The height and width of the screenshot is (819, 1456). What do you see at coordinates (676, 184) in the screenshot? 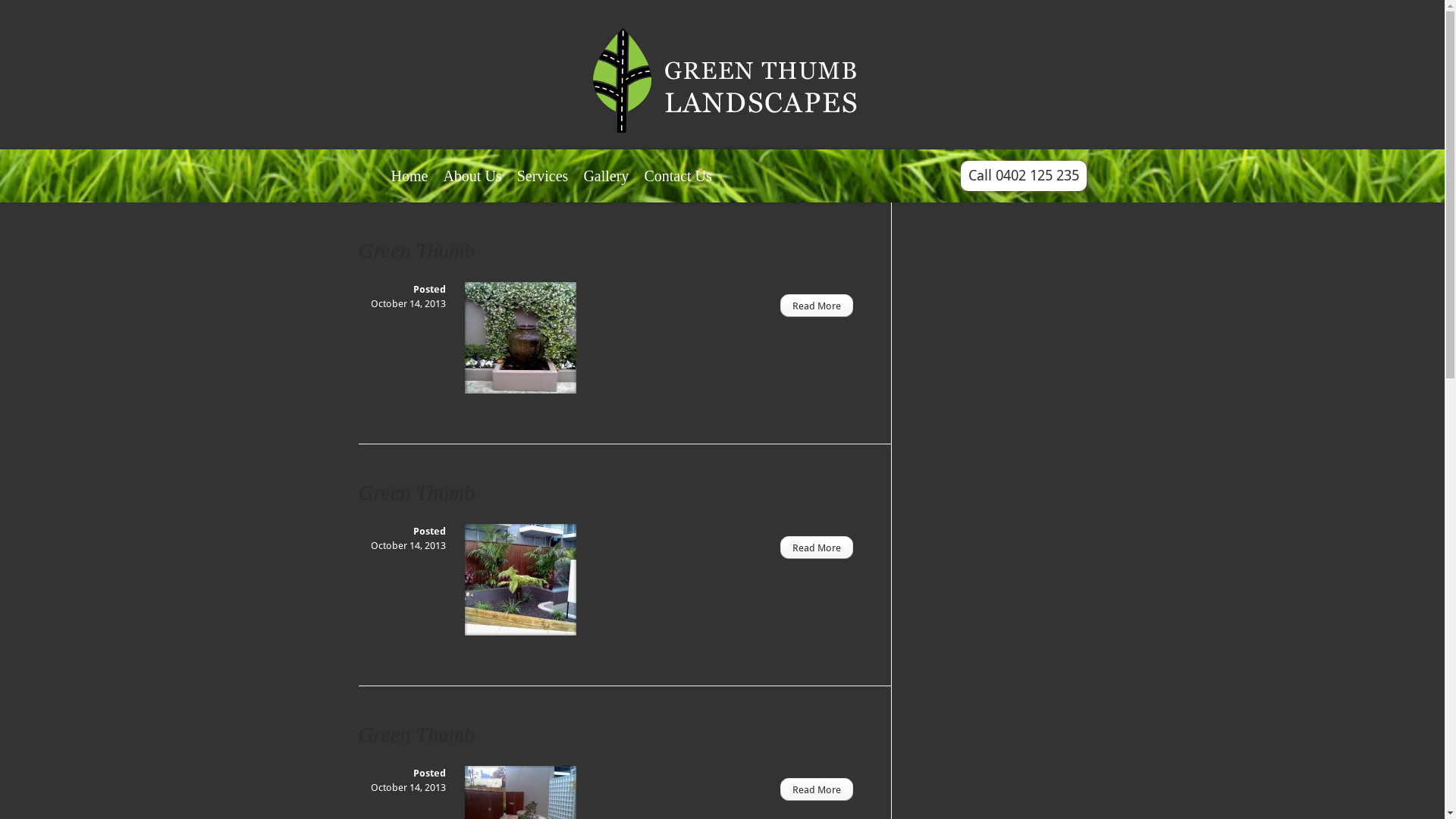
I see `'Contact Us'` at bounding box center [676, 184].